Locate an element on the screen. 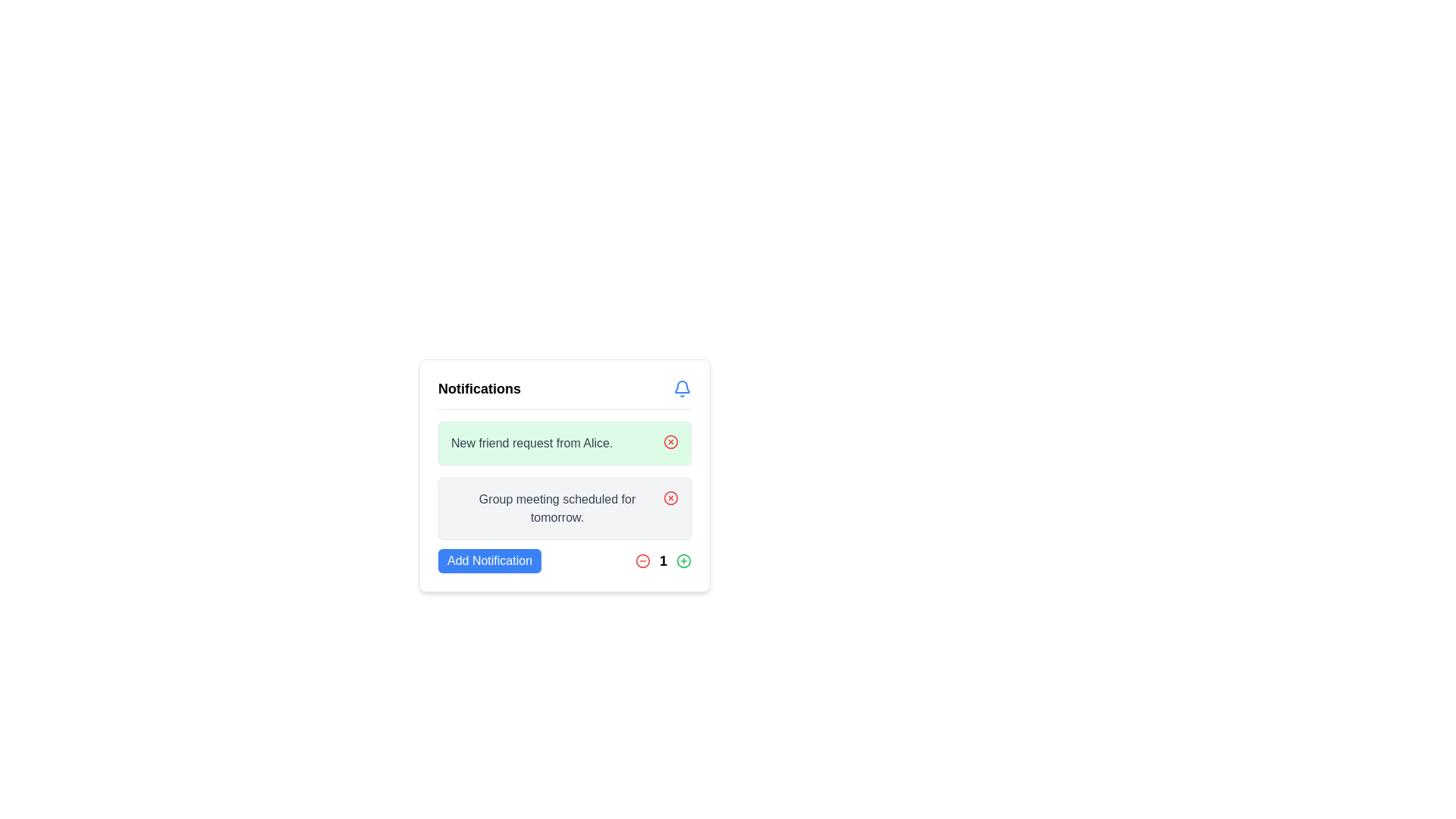 The width and height of the screenshot is (1456, 819). the Circular SVG icon located in the bottom-right portion of the interface, adjacent to the numeric indicator labeled '1' and to the right of the 'Add Notification' button is located at coordinates (683, 561).